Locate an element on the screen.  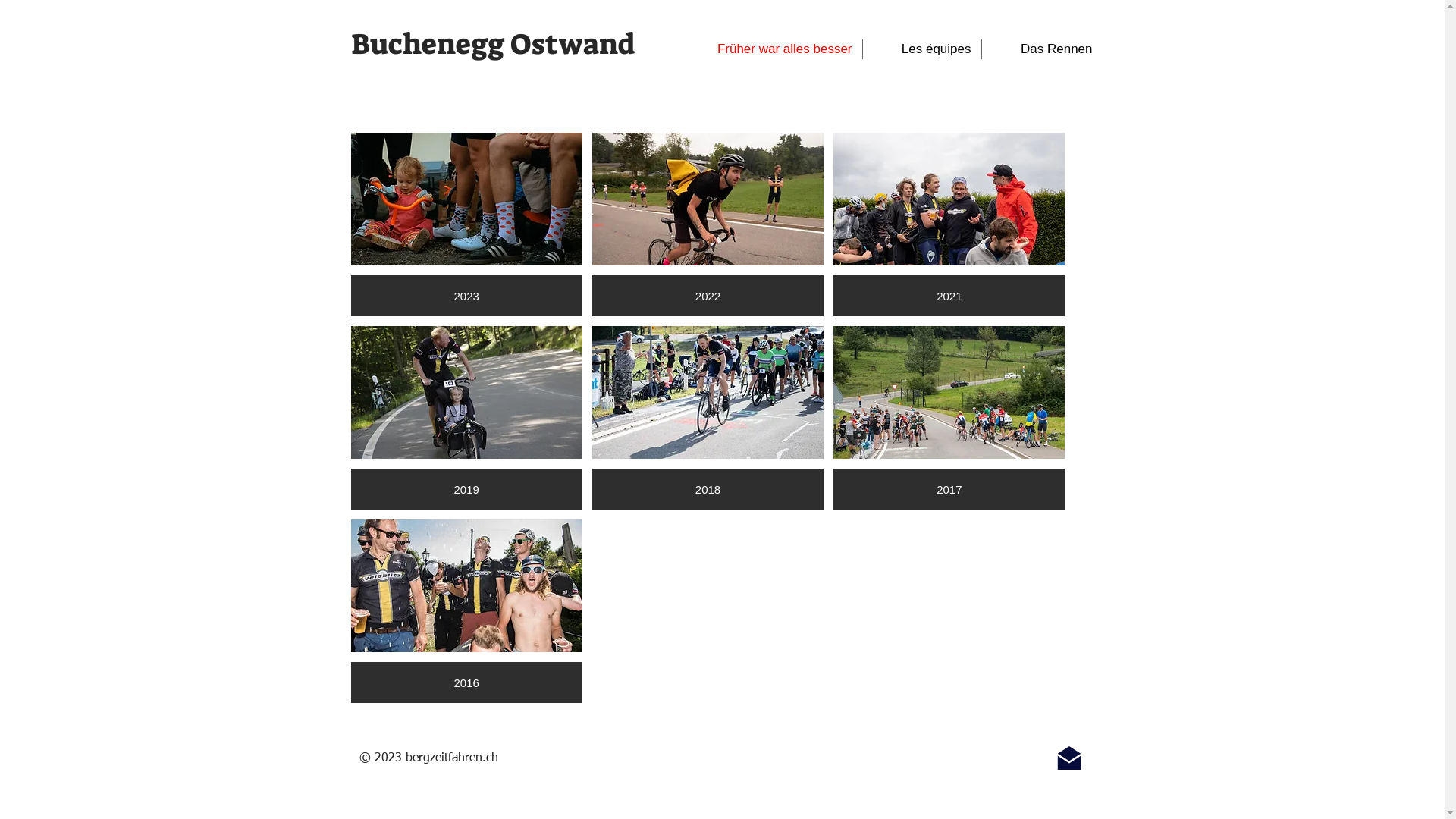
'Das Rennen' is located at coordinates (1040, 49).